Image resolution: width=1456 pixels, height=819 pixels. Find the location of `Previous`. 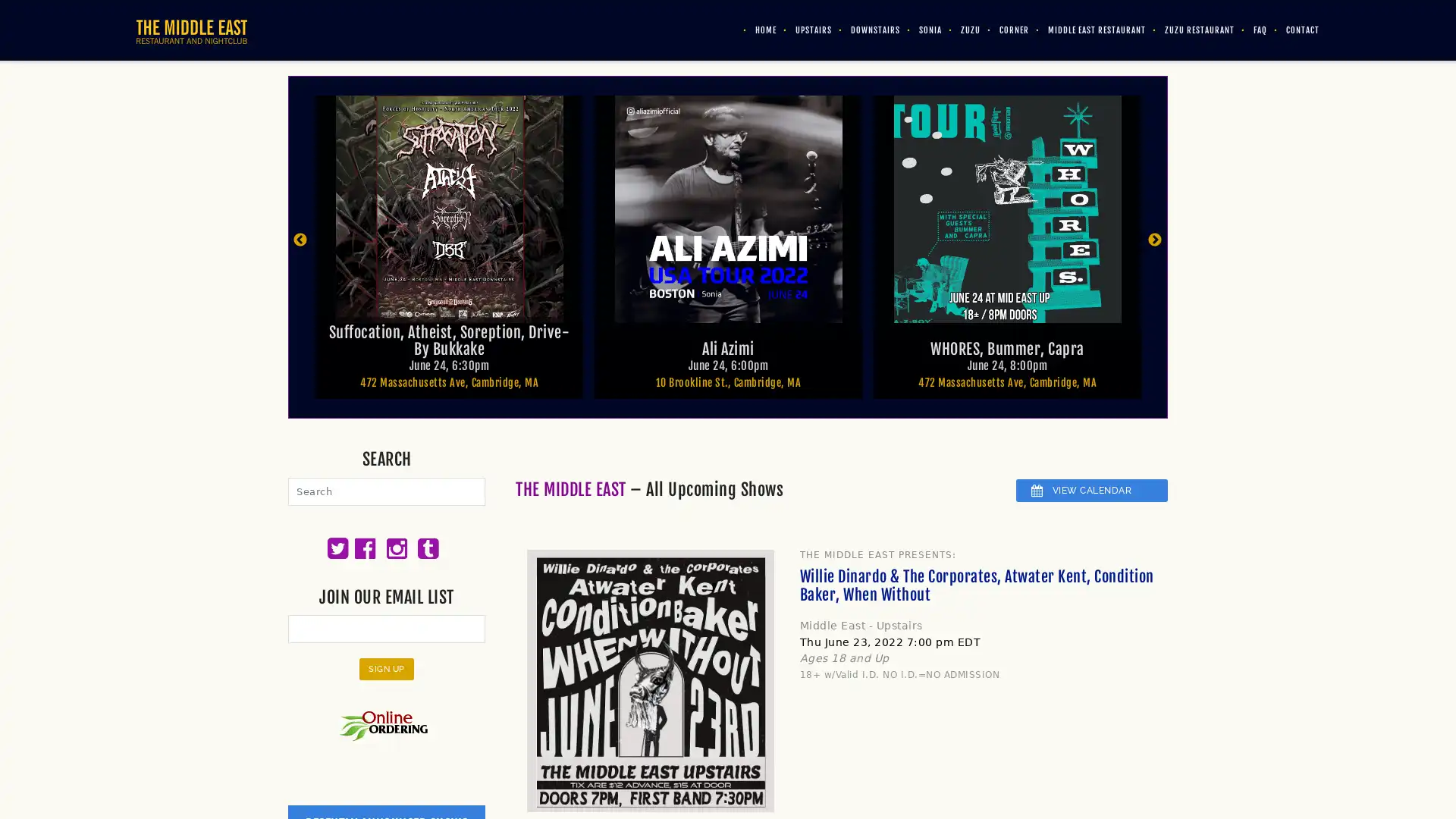

Previous is located at coordinates (303, 239).